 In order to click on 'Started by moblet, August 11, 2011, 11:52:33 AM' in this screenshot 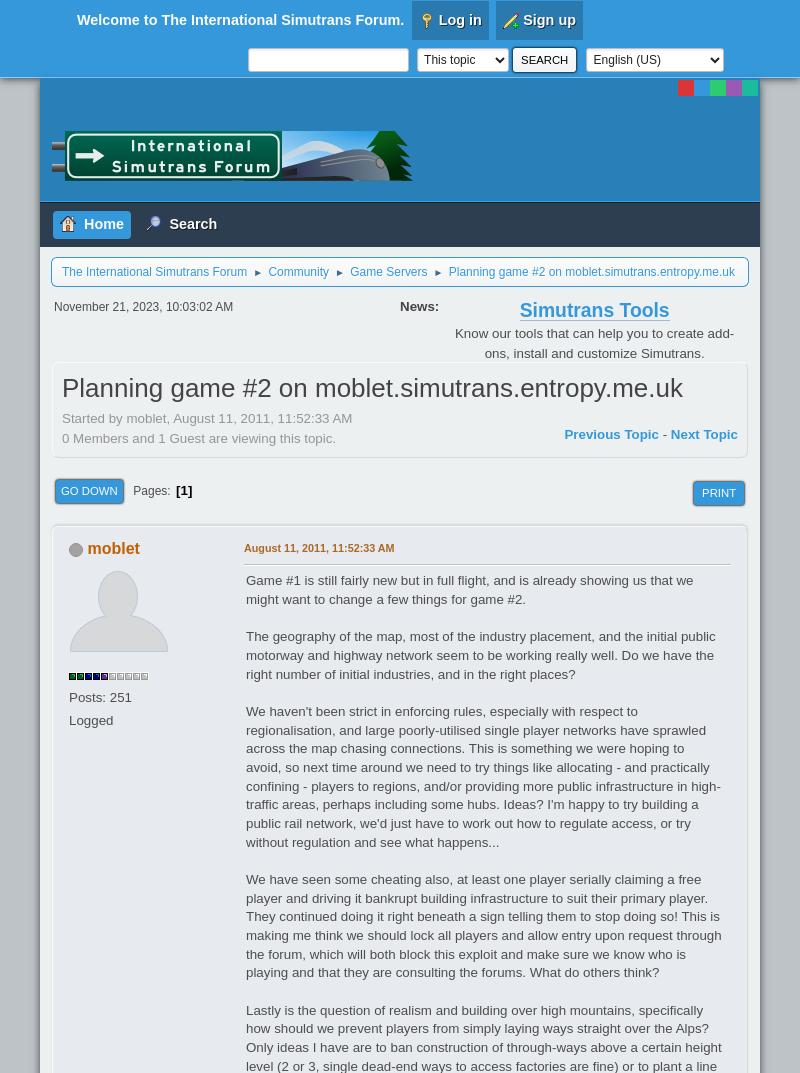, I will do `click(206, 416)`.